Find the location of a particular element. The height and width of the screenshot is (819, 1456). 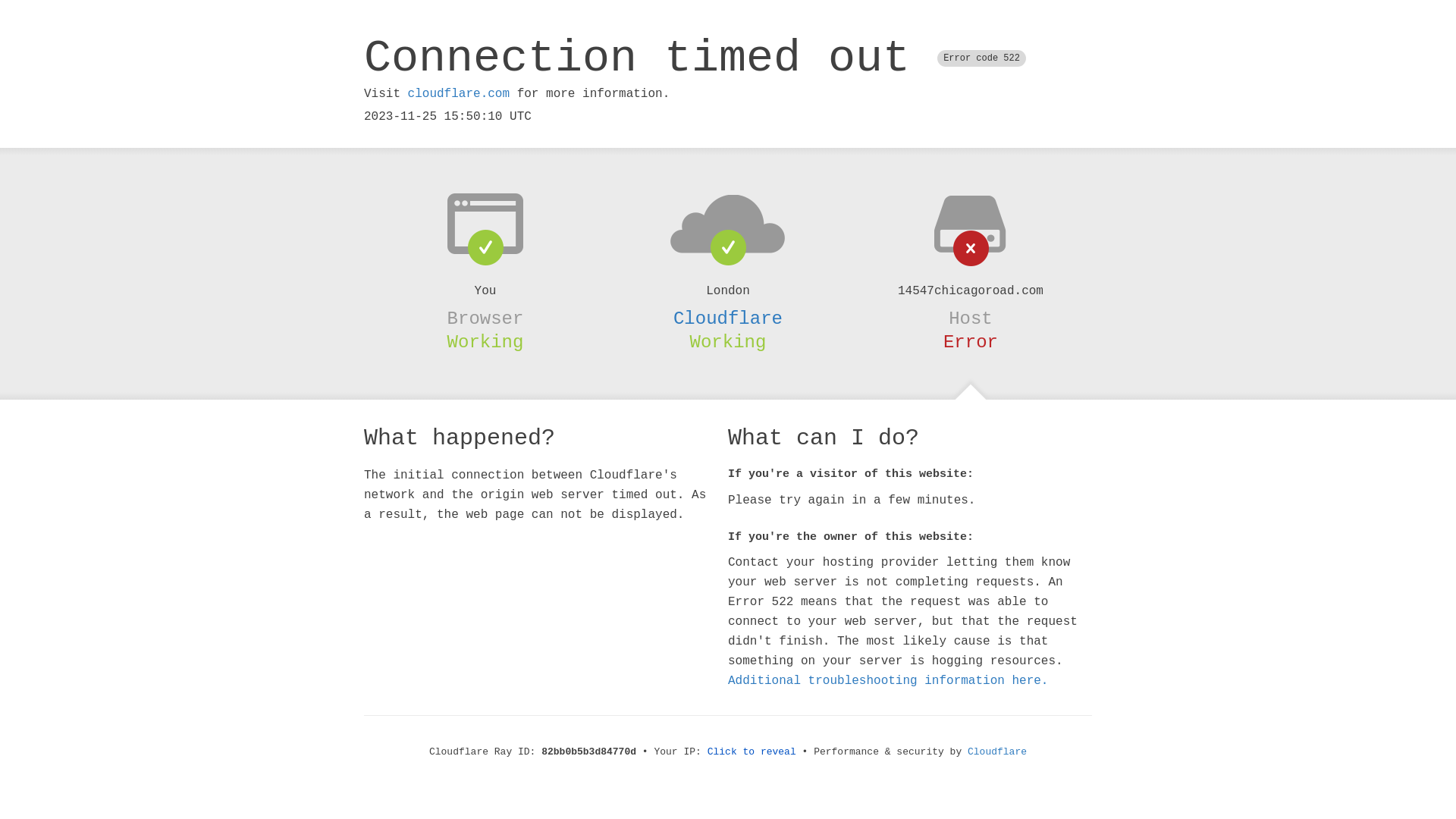

'Cloudflare' is located at coordinates (728, 318).